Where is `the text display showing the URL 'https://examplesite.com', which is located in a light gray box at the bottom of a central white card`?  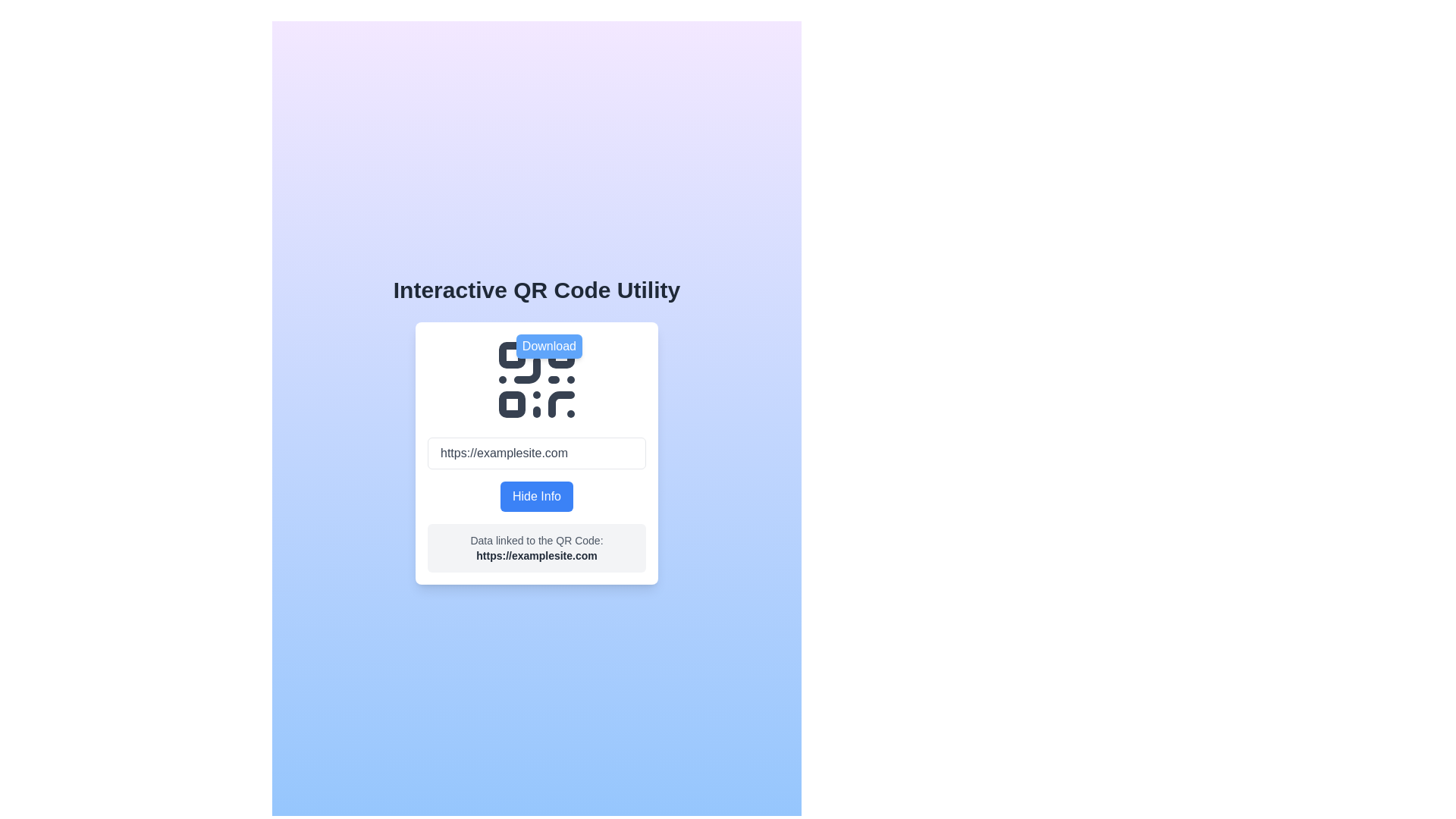 the text display showing the URL 'https://examplesite.com', which is located in a light gray box at the bottom of a central white card is located at coordinates (537, 555).